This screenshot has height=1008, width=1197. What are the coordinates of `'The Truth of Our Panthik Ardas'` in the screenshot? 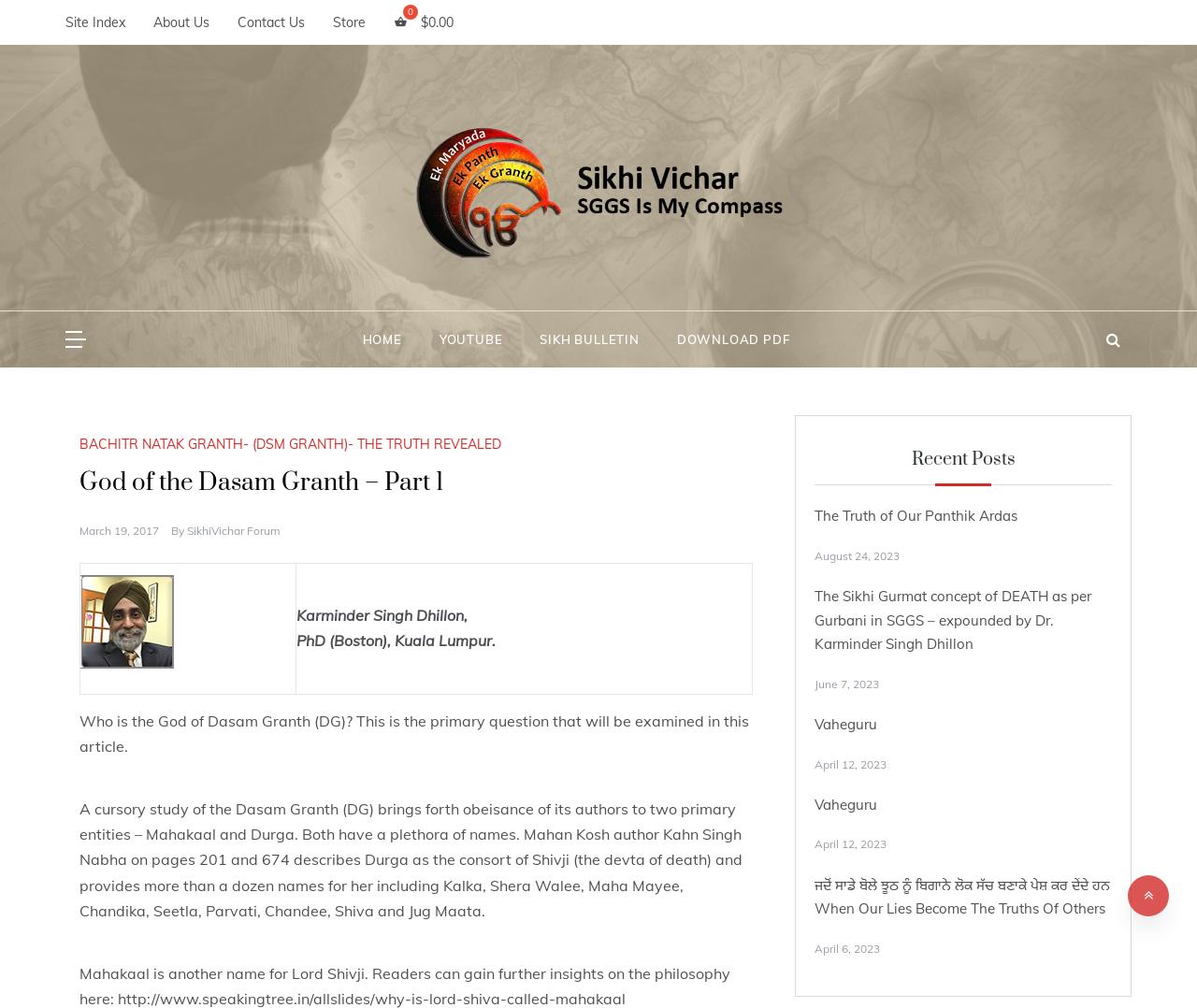 It's located at (916, 514).